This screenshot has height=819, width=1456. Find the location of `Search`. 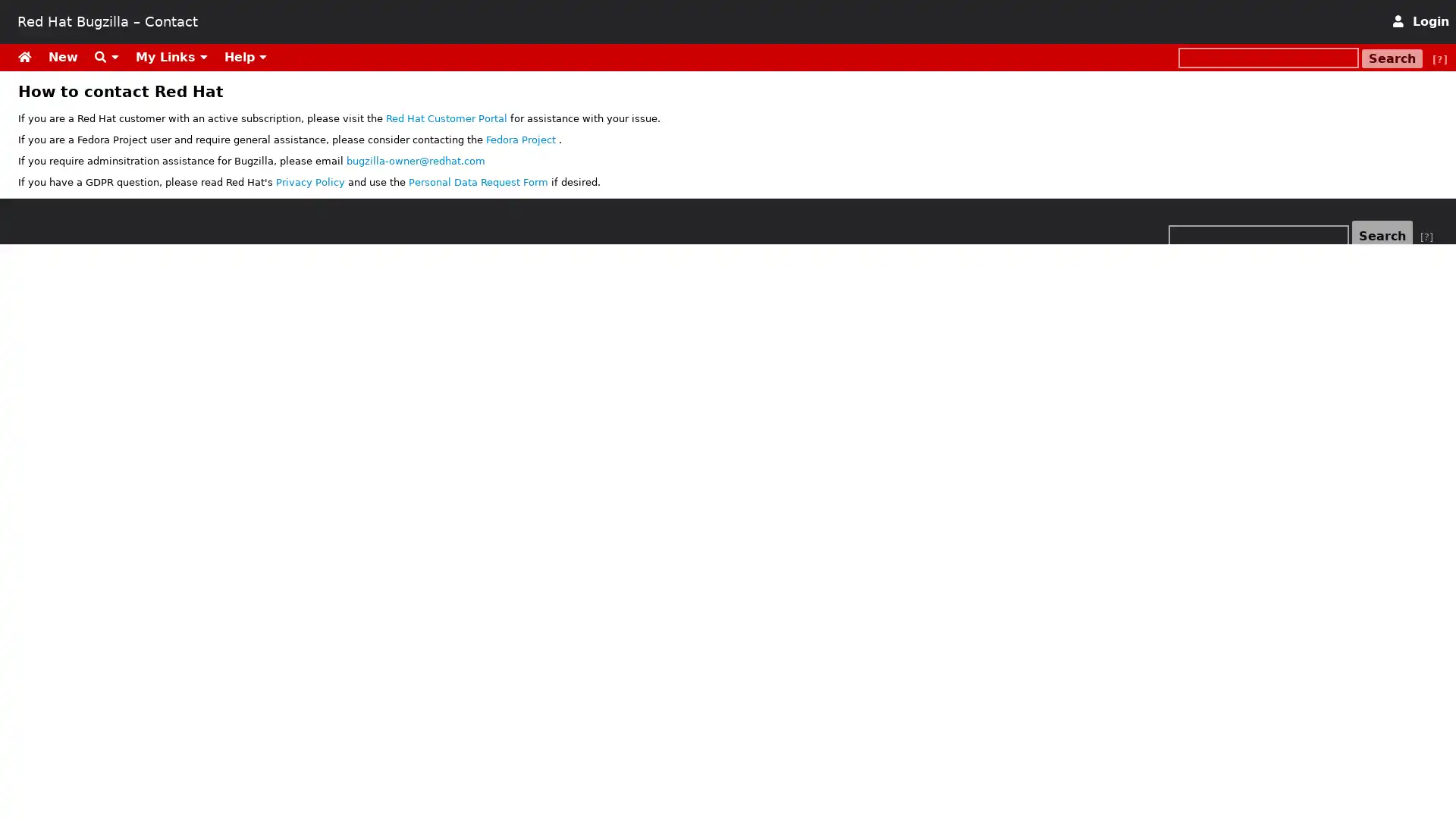

Search is located at coordinates (1392, 58).